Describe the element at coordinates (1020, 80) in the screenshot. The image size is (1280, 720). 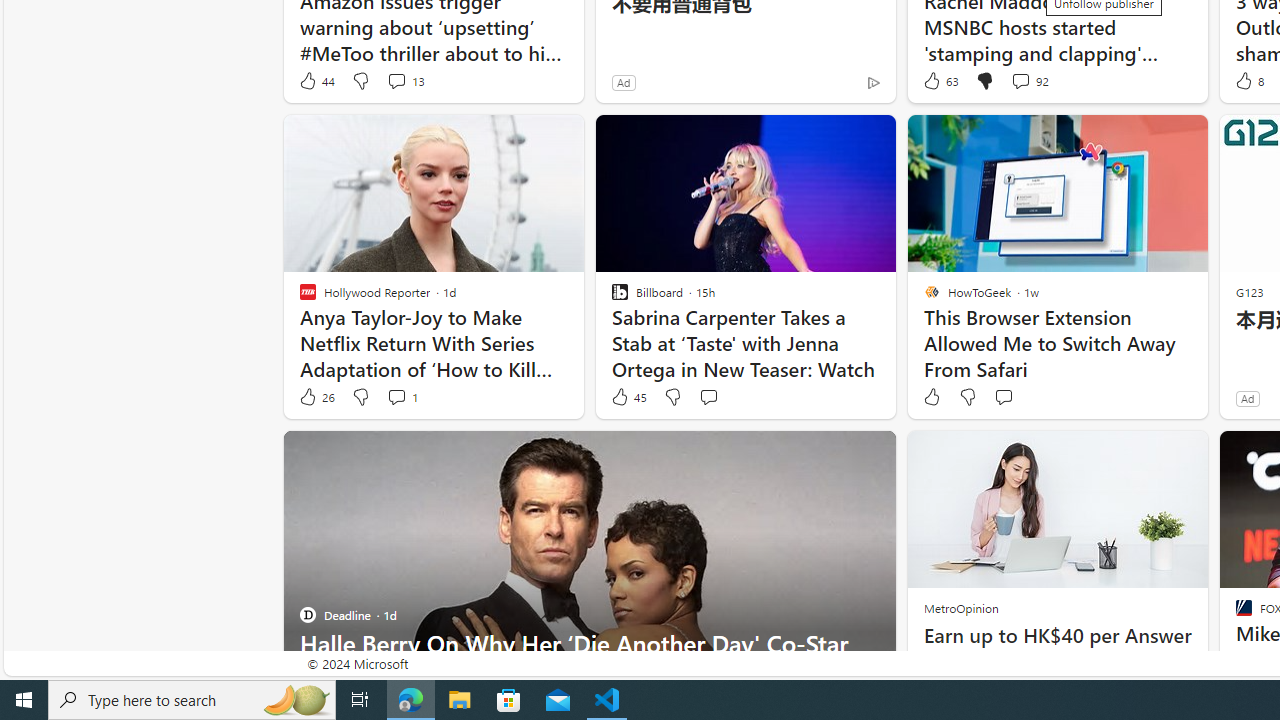
I see `'View comments 92 Comment'` at that location.